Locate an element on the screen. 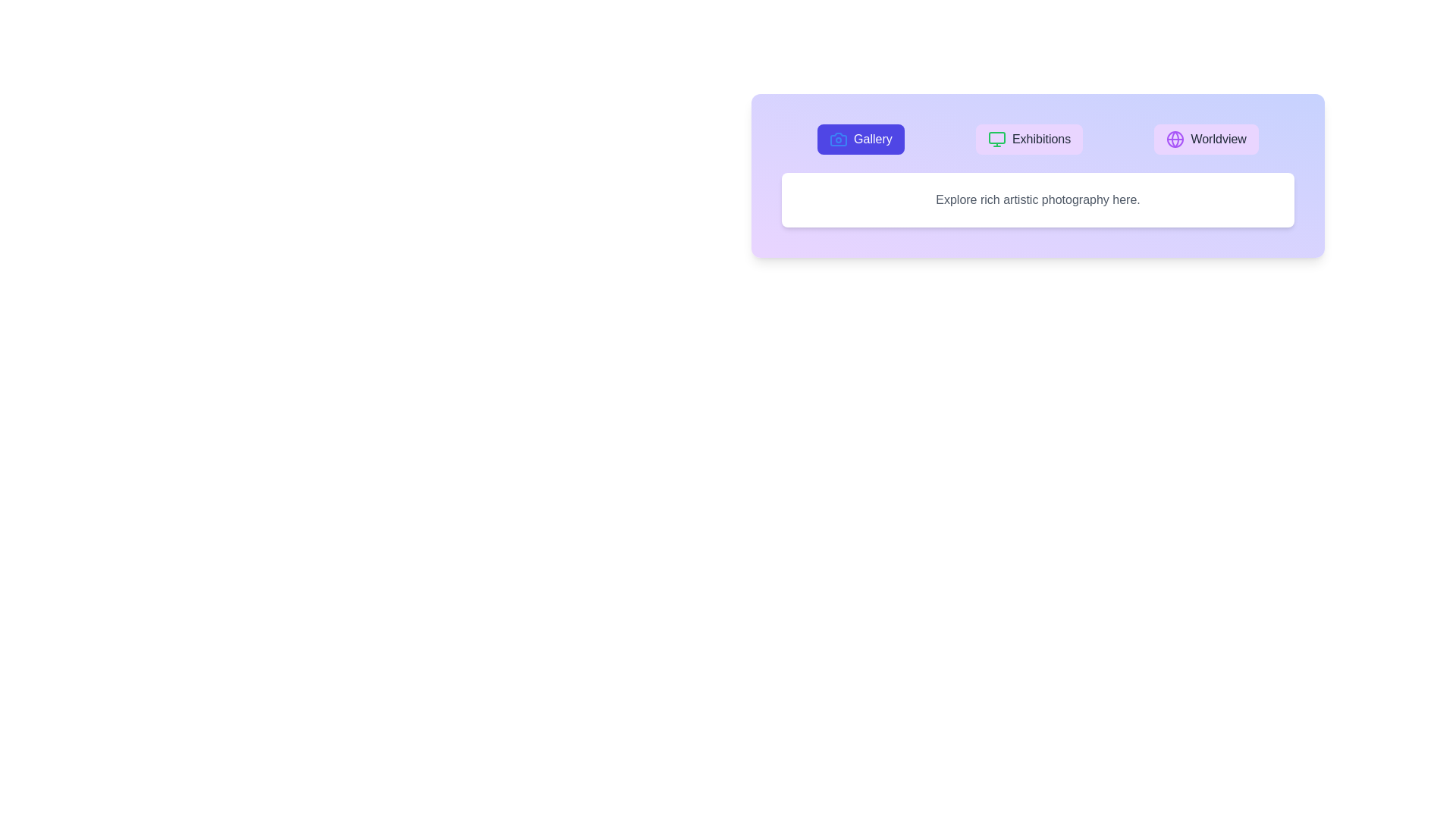 The image size is (1456, 819). the Exhibitions tab by clicking on the corresponding button is located at coordinates (1029, 140).